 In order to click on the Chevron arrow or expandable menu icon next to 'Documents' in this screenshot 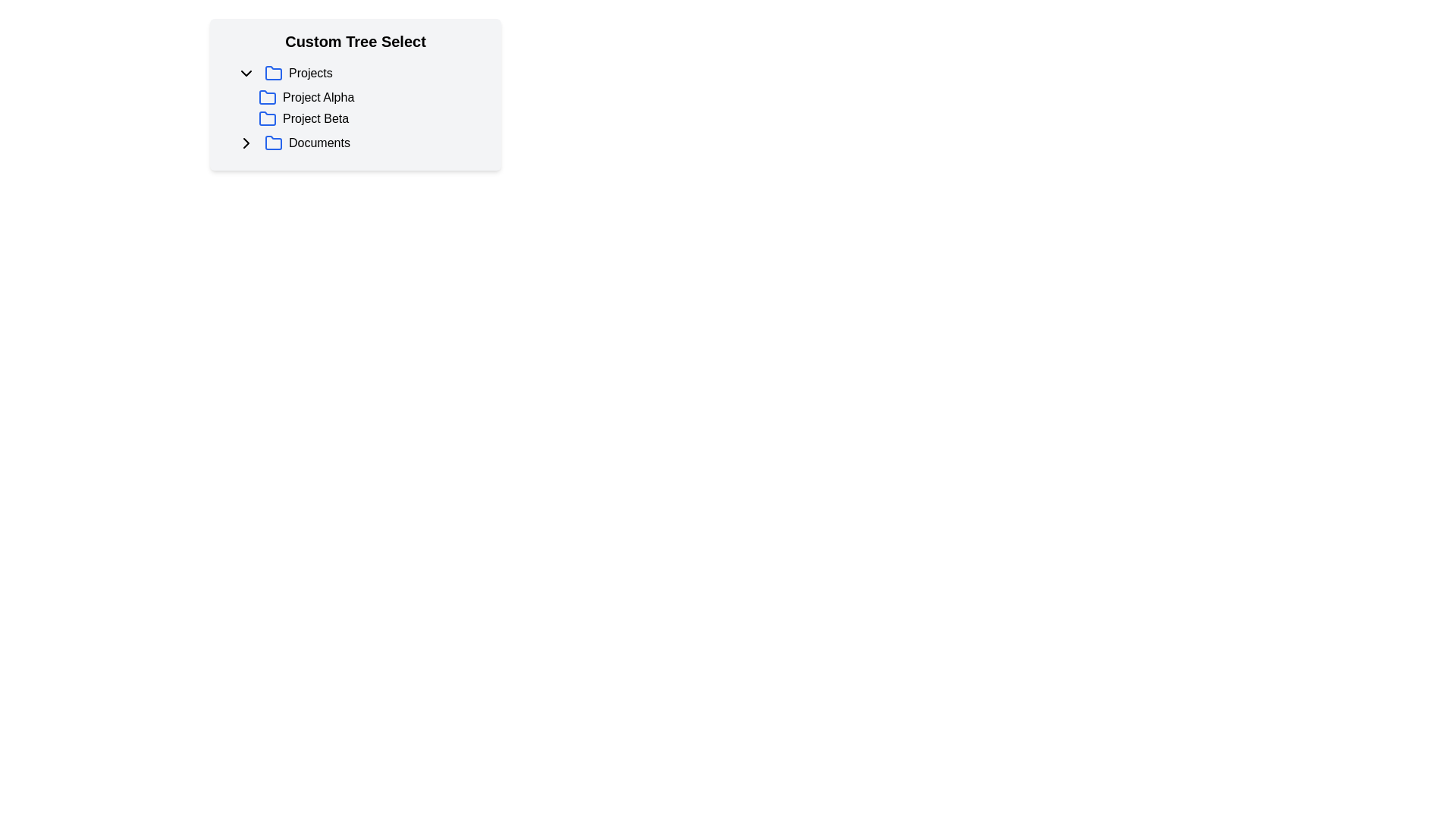, I will do `click(246, 143)`.